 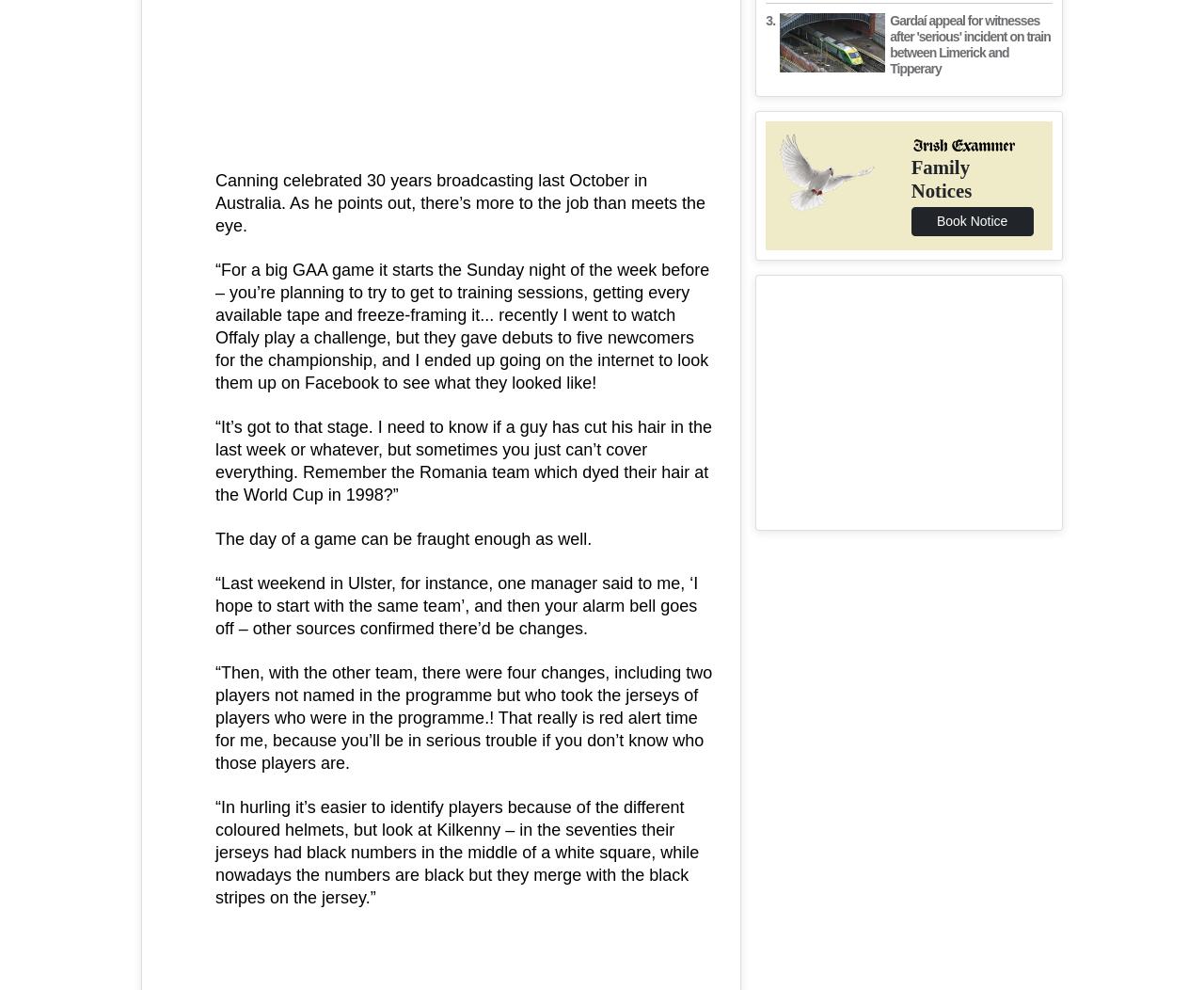 I want to click on 'Rugby', so click(x=388, y=380).